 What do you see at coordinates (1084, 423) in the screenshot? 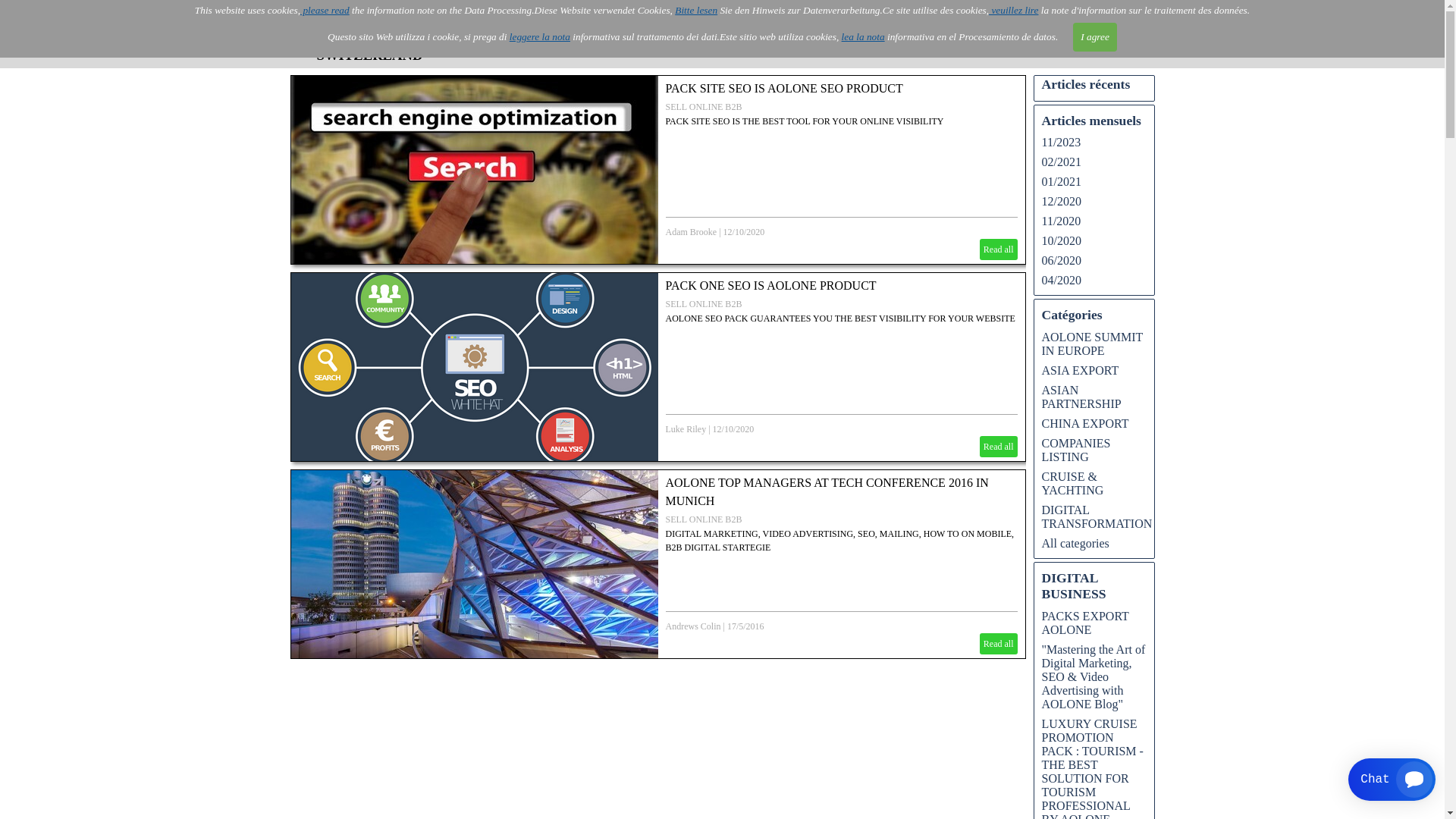
I see `'CHINA EXPORT'` at bounding box center [1084, 423].